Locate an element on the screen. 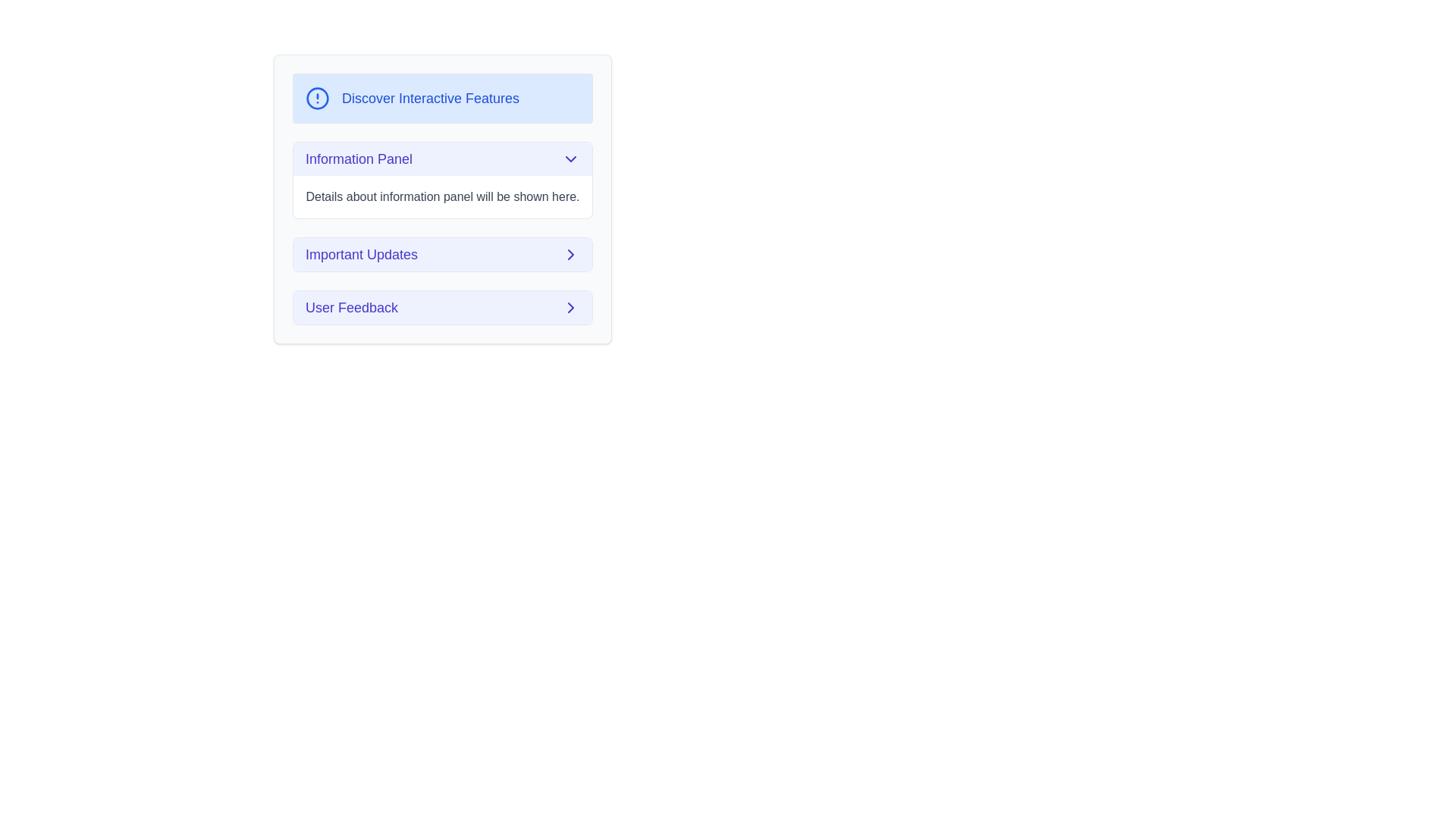 Image resolution: width=1456 pixels, height=819 pixels. the Informational banner or header that has a light blue background with rounded corners and contains the text 'Discover Interactive Features' is located at coordinates (442, 99).